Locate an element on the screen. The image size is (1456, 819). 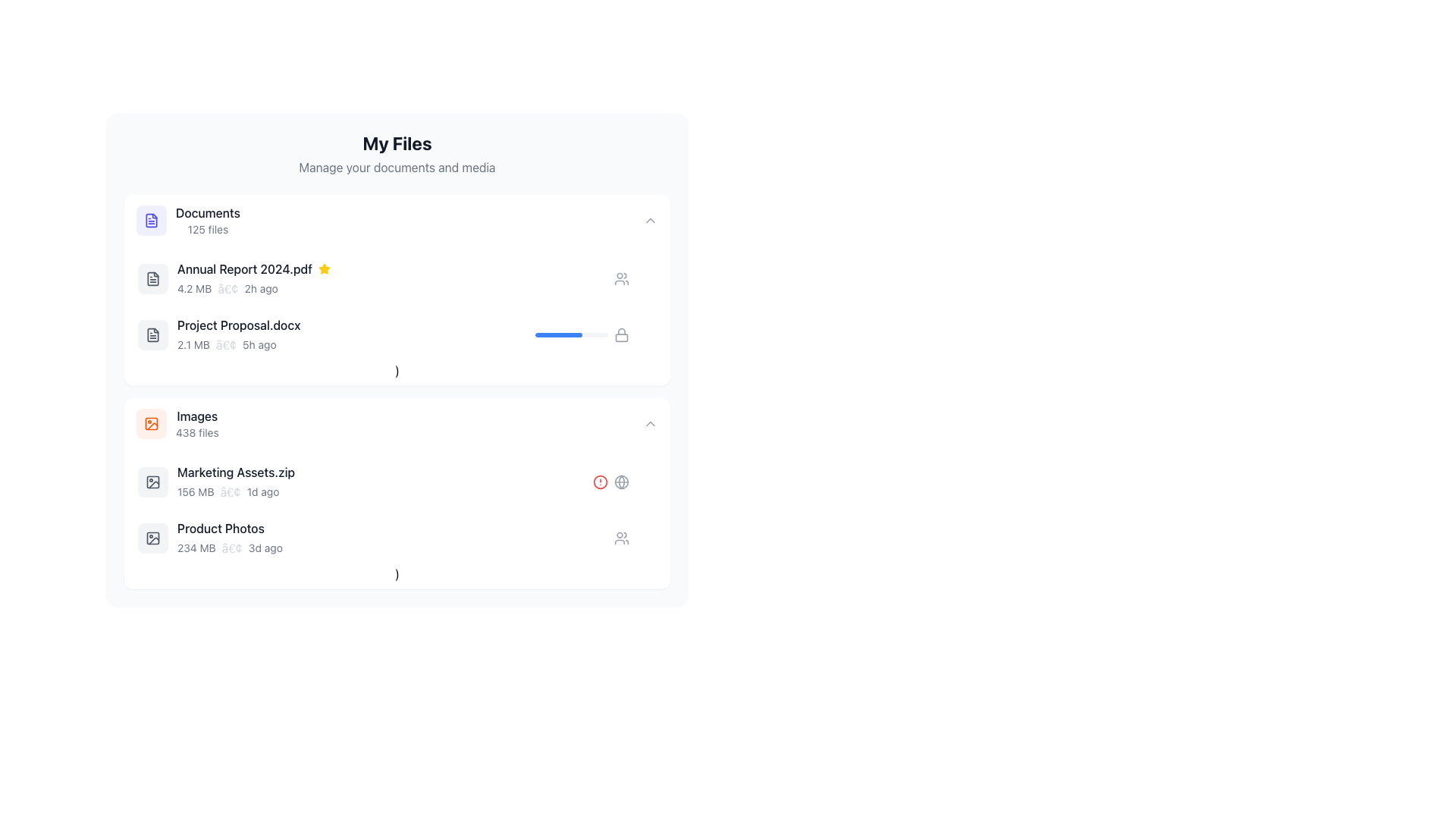
the file listing section titled 'Documents' that contains 'Annual Report 2024.pdf' and 'Project Proposal.docx' for further actions is located at coordinates (397, 290).